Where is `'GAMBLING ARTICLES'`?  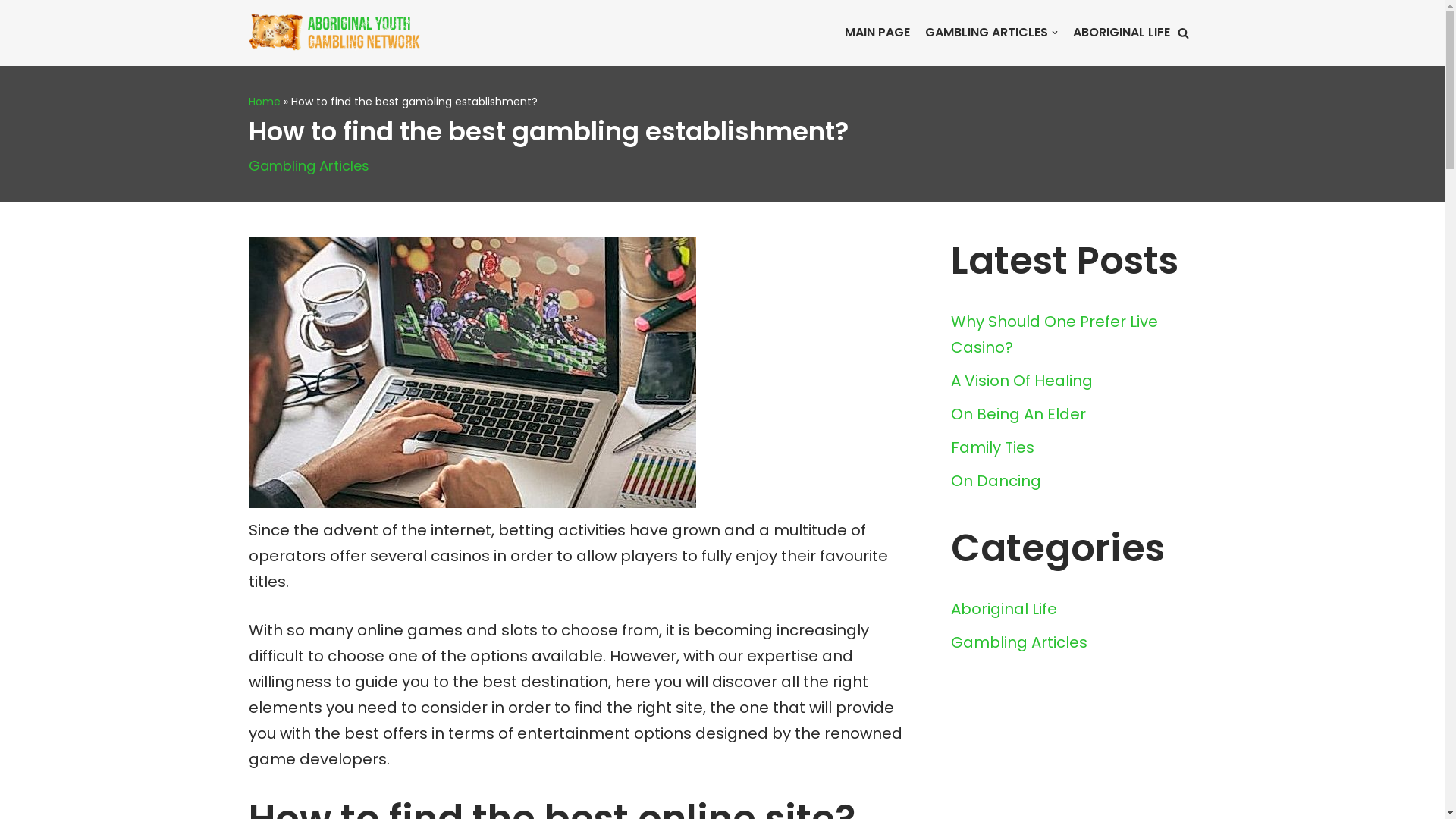 'GAMBLING ARTICLES' is located at coordinates (991, 32).